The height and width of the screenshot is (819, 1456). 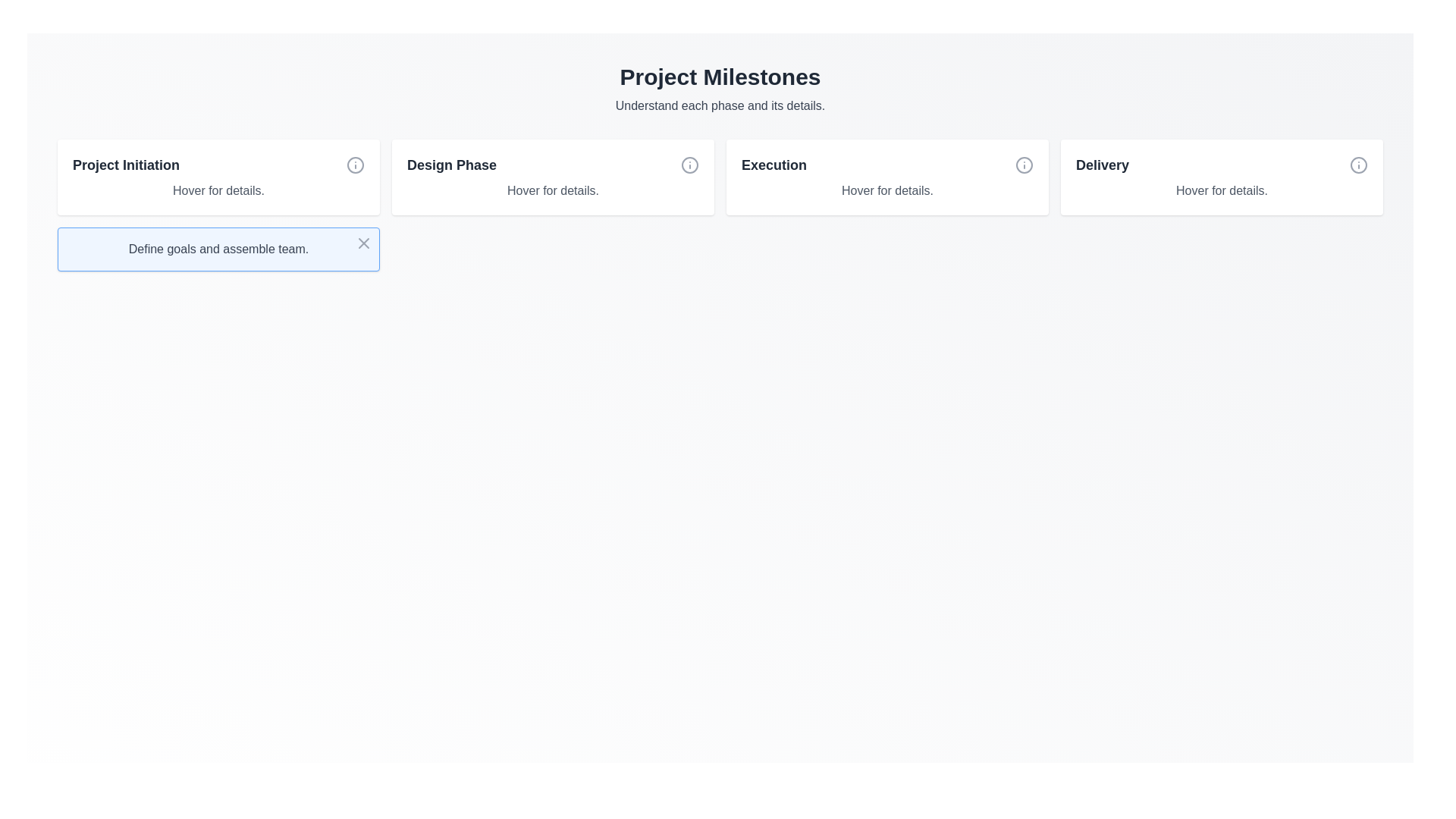 What do you see at coordinates (689, 165) in the screenshot?
I see `the circular gray icon with a central dot located to the right of the 'Design Phase' text` at bounding box center [689, 165].